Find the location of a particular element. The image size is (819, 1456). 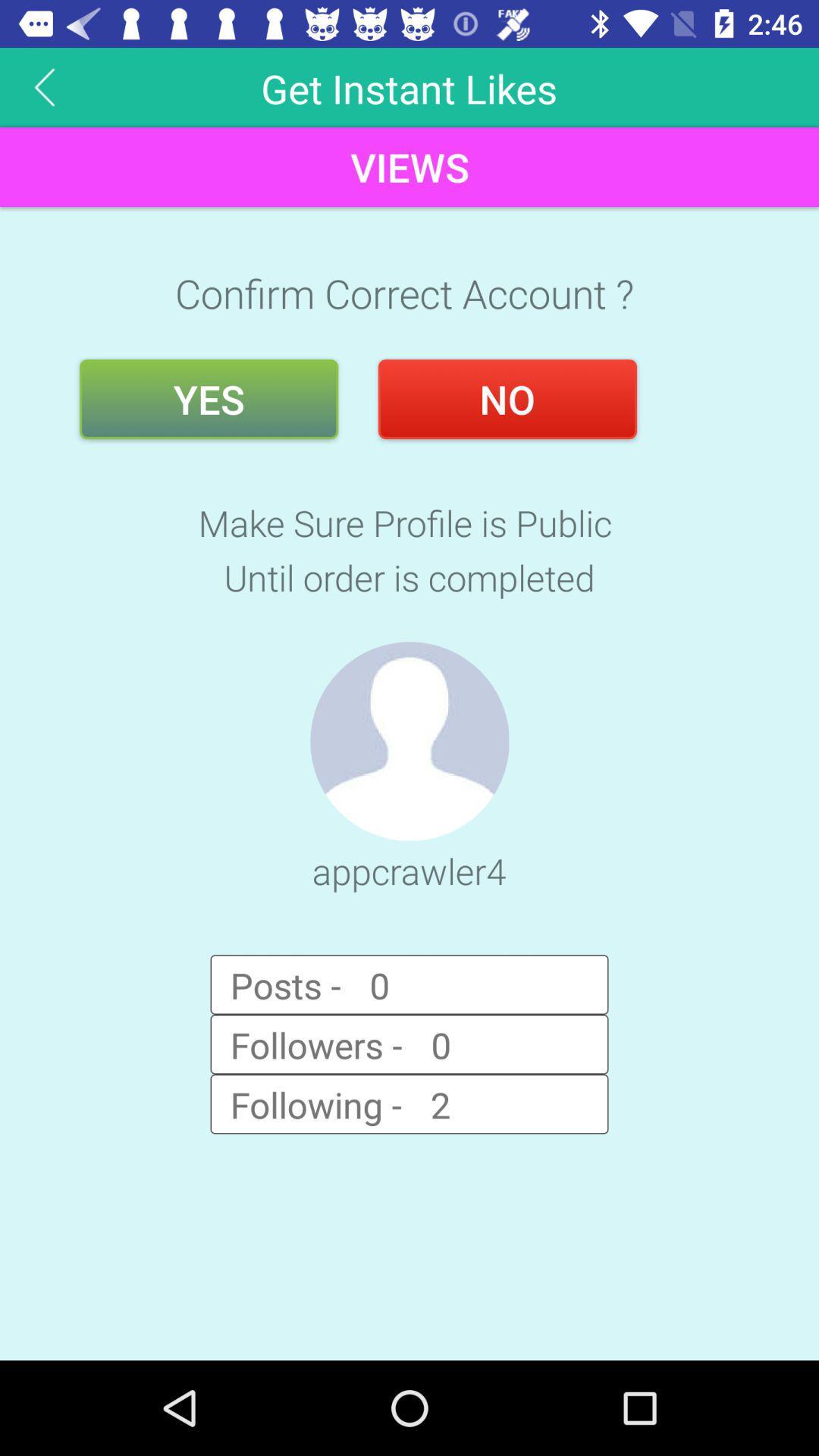

icon above make sure profile icon is located at coordinates (507, 399).